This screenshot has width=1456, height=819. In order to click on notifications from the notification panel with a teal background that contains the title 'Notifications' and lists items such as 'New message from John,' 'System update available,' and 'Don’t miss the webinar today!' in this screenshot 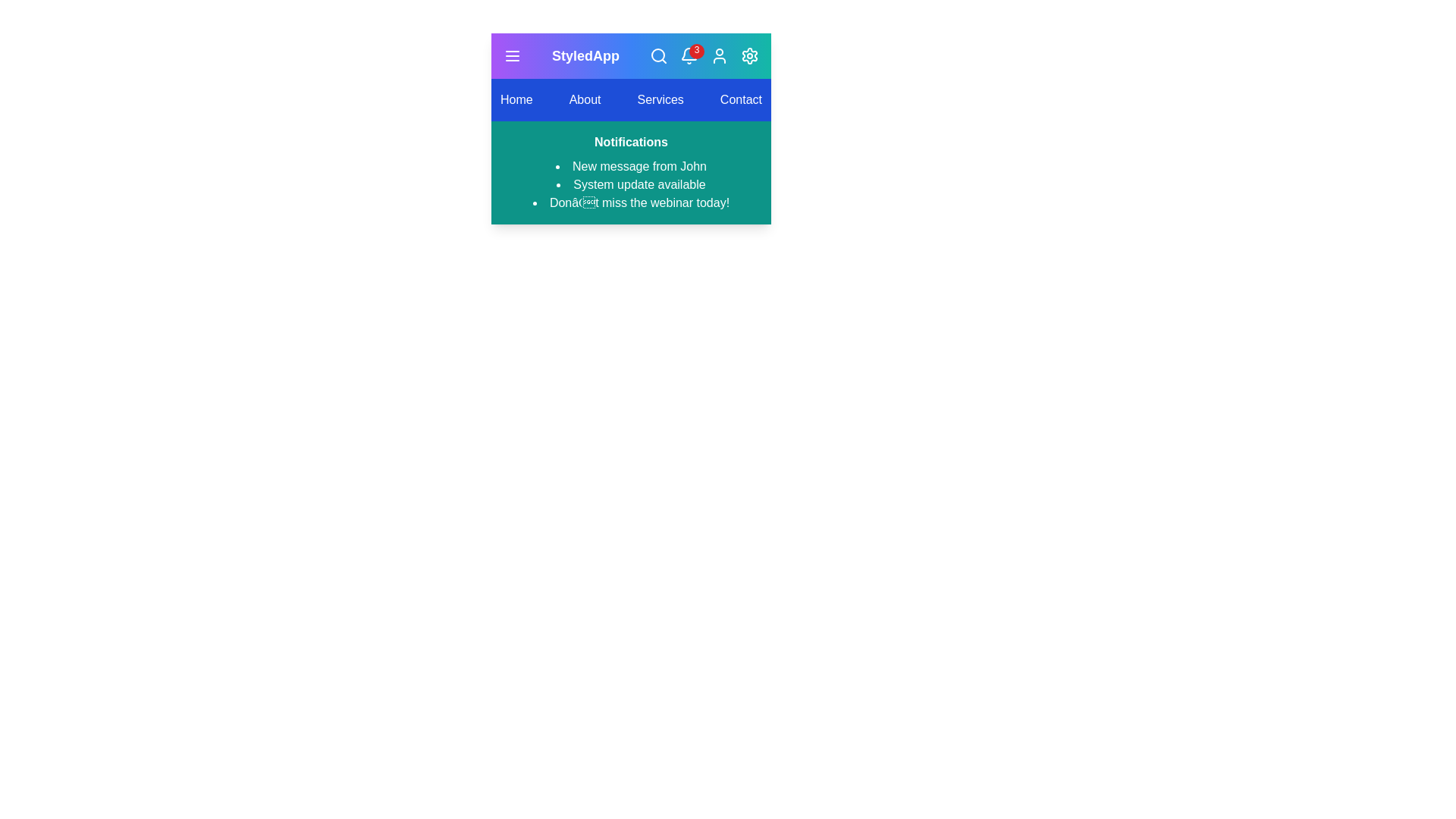, I will do `click(631, 171)`.